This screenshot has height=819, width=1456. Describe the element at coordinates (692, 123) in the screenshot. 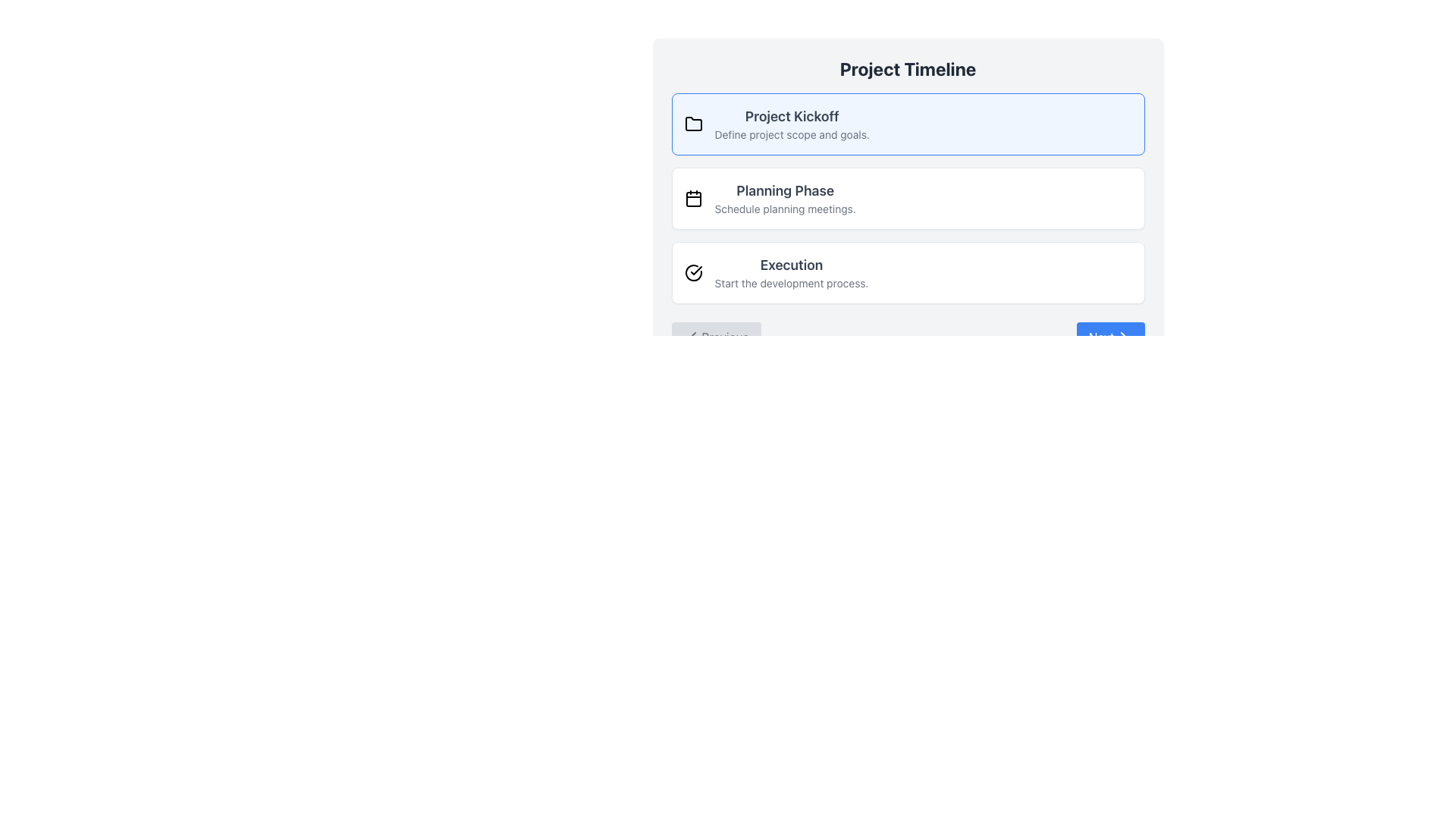

I see `the 'Project Kickoff' icon that visually represents associated files or related content in the 'Project Timeline', located at the top left of the list` at that location.